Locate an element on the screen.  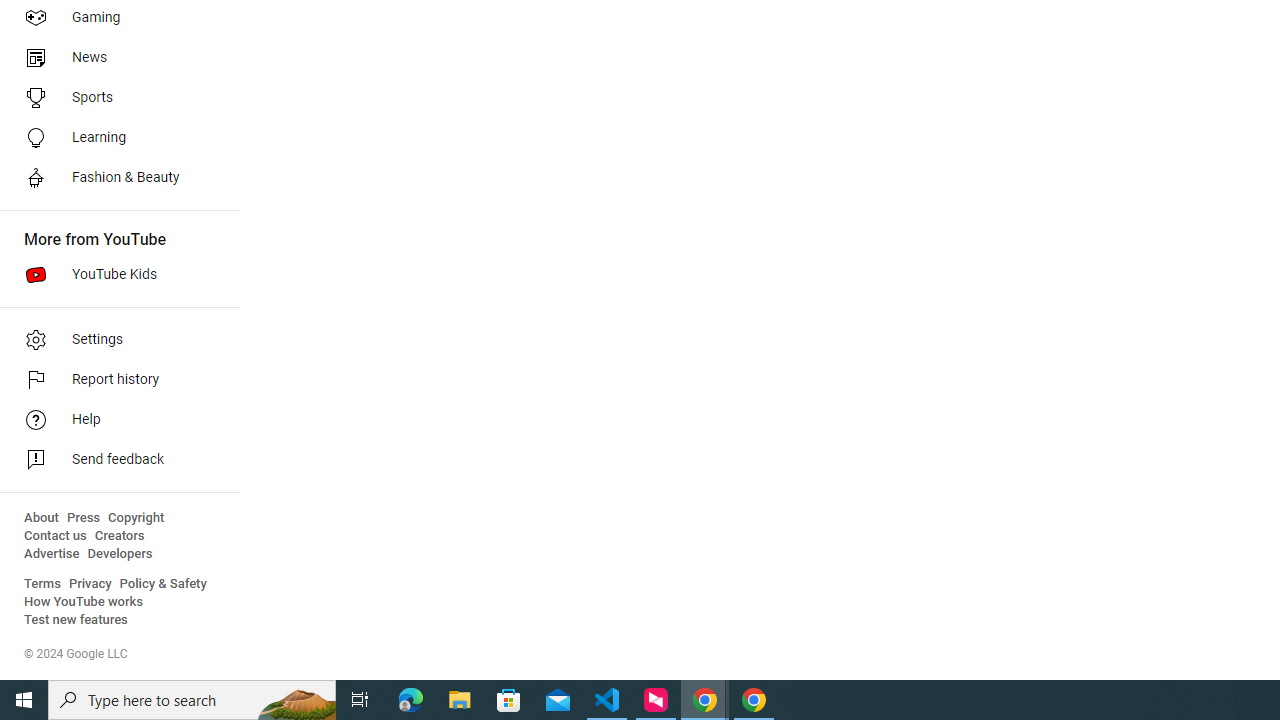
'Press' is located at coordinates (82, 517).